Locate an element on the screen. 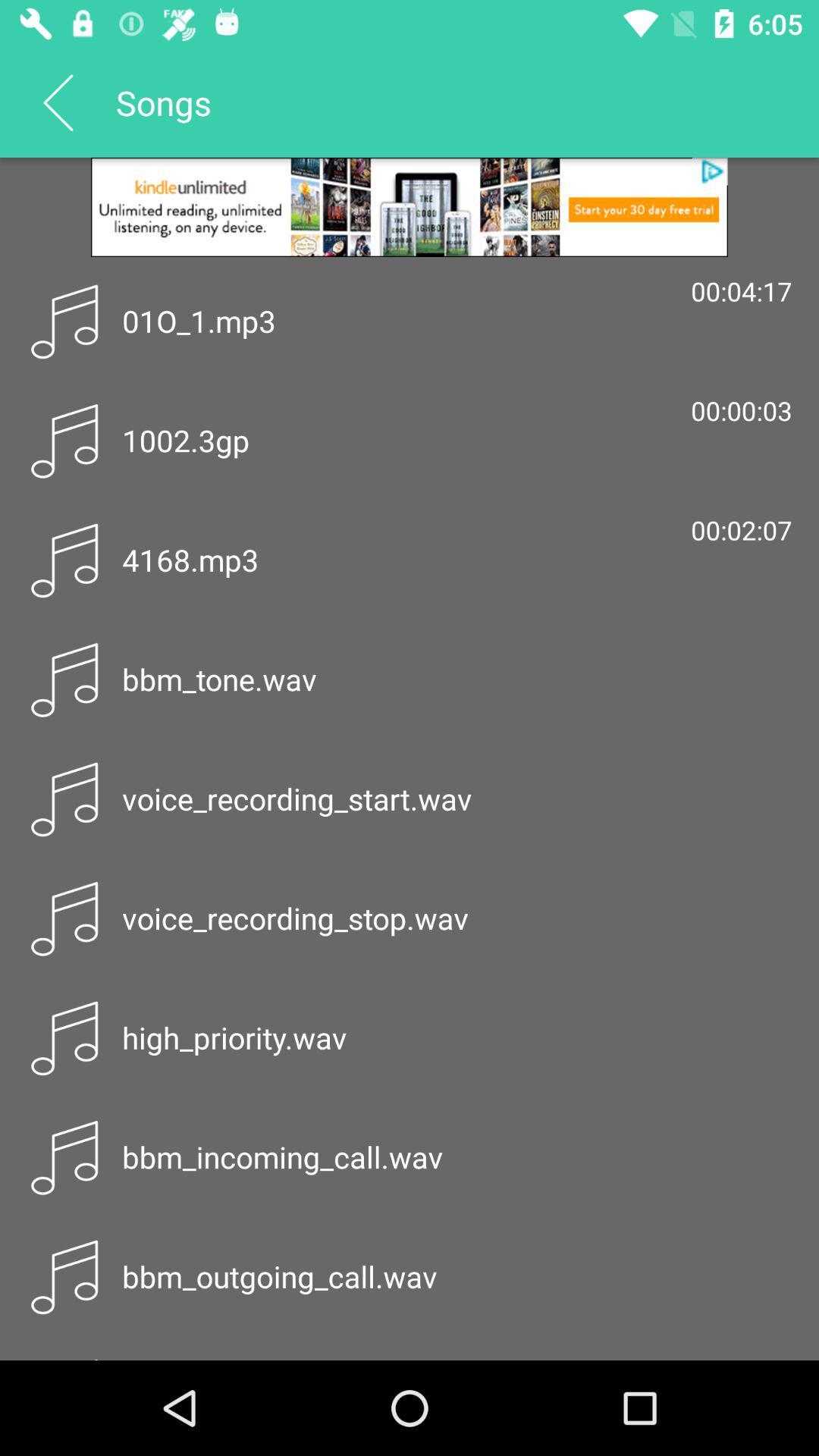 The image size is (819, 1456). advertisement page is located at coordinates (409, 206).